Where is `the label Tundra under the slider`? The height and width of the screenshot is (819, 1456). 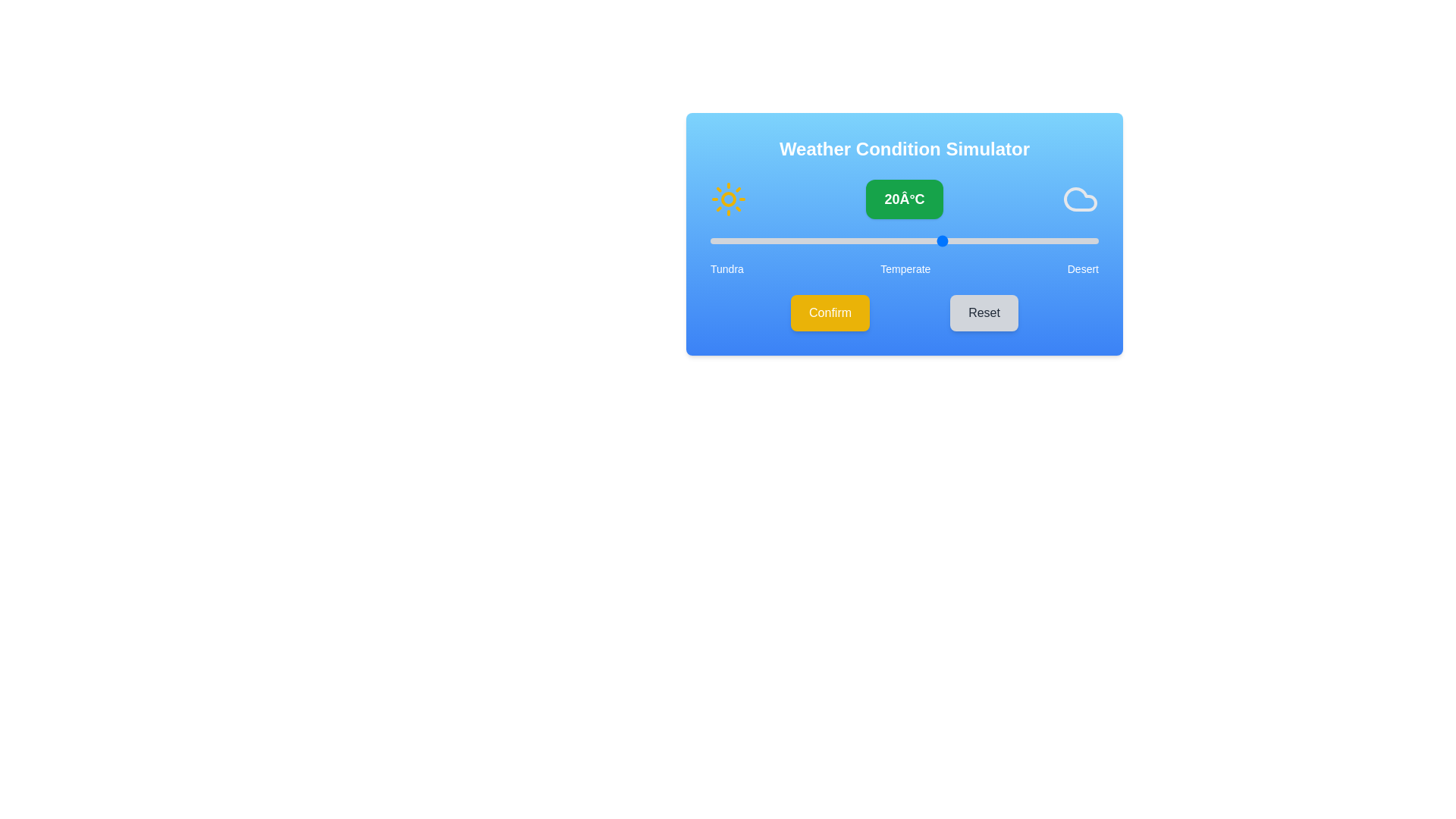 the label Tundra under the slider is located at coordinates (726, 268).